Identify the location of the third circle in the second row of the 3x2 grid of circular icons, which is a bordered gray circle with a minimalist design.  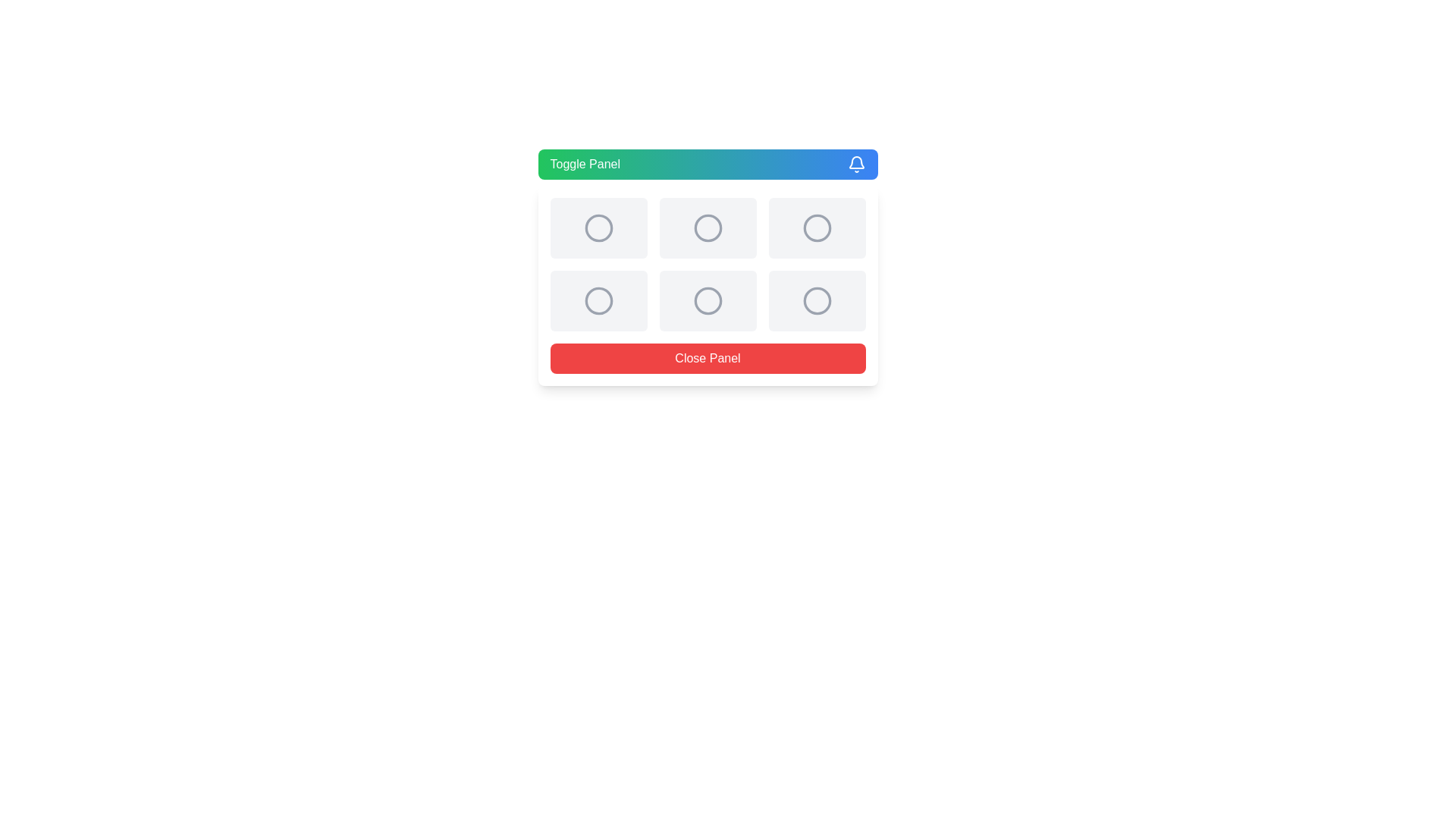
(707, 301).